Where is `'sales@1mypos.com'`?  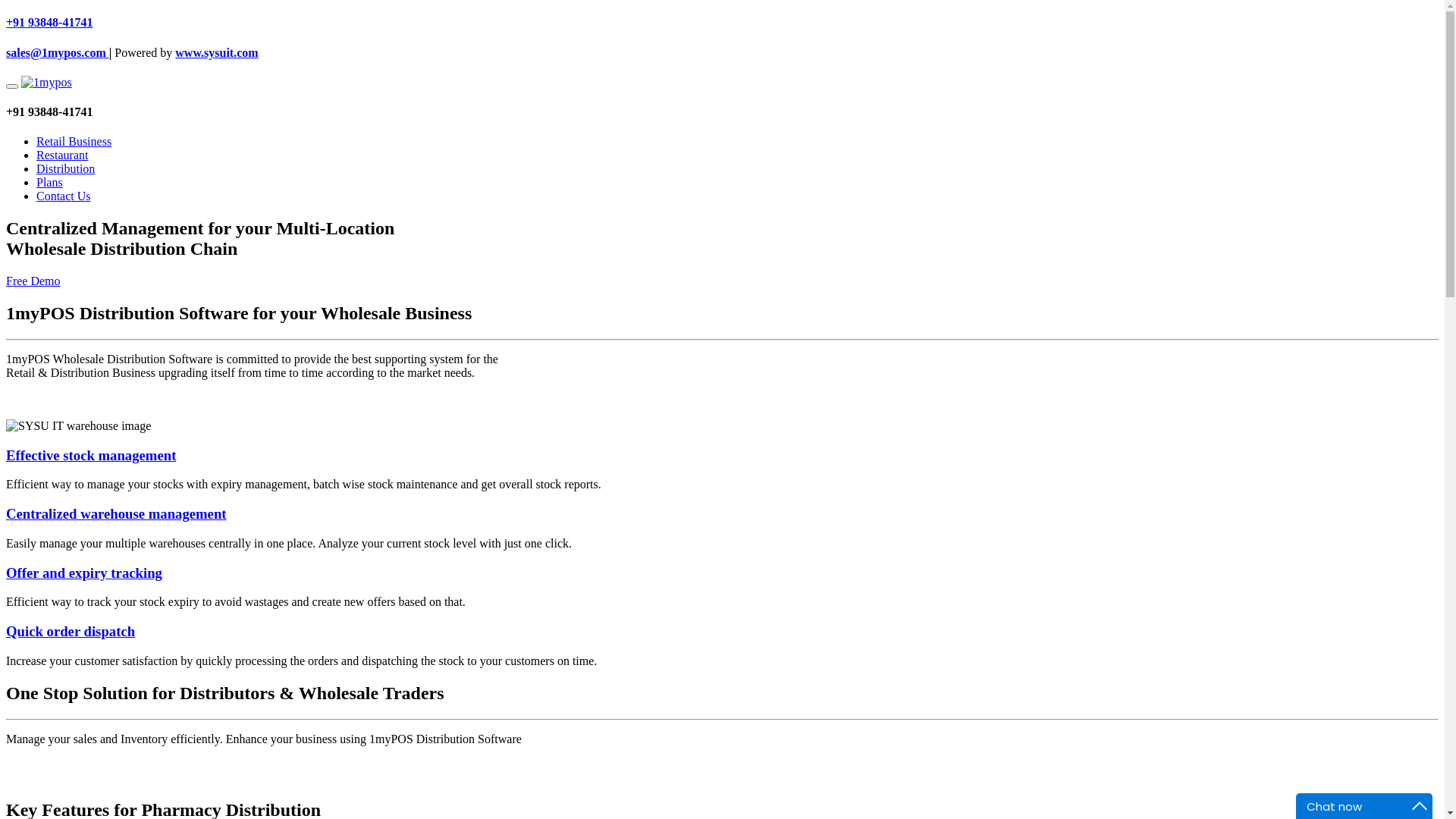 'sales@1mypos.com' is located at coordinates (58, 52).